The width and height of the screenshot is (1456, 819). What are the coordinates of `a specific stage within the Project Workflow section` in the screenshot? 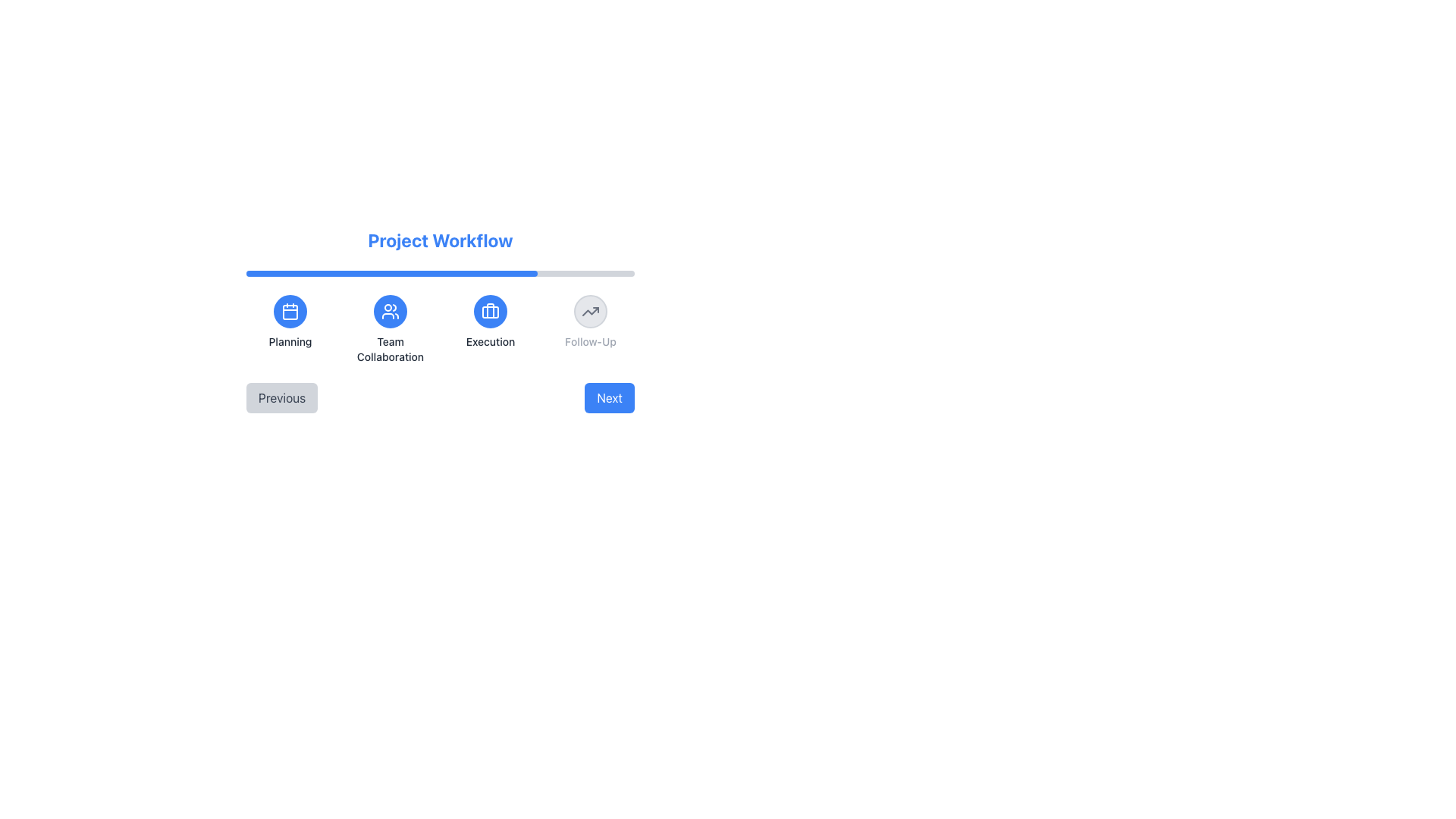 It's located at (439, 329).